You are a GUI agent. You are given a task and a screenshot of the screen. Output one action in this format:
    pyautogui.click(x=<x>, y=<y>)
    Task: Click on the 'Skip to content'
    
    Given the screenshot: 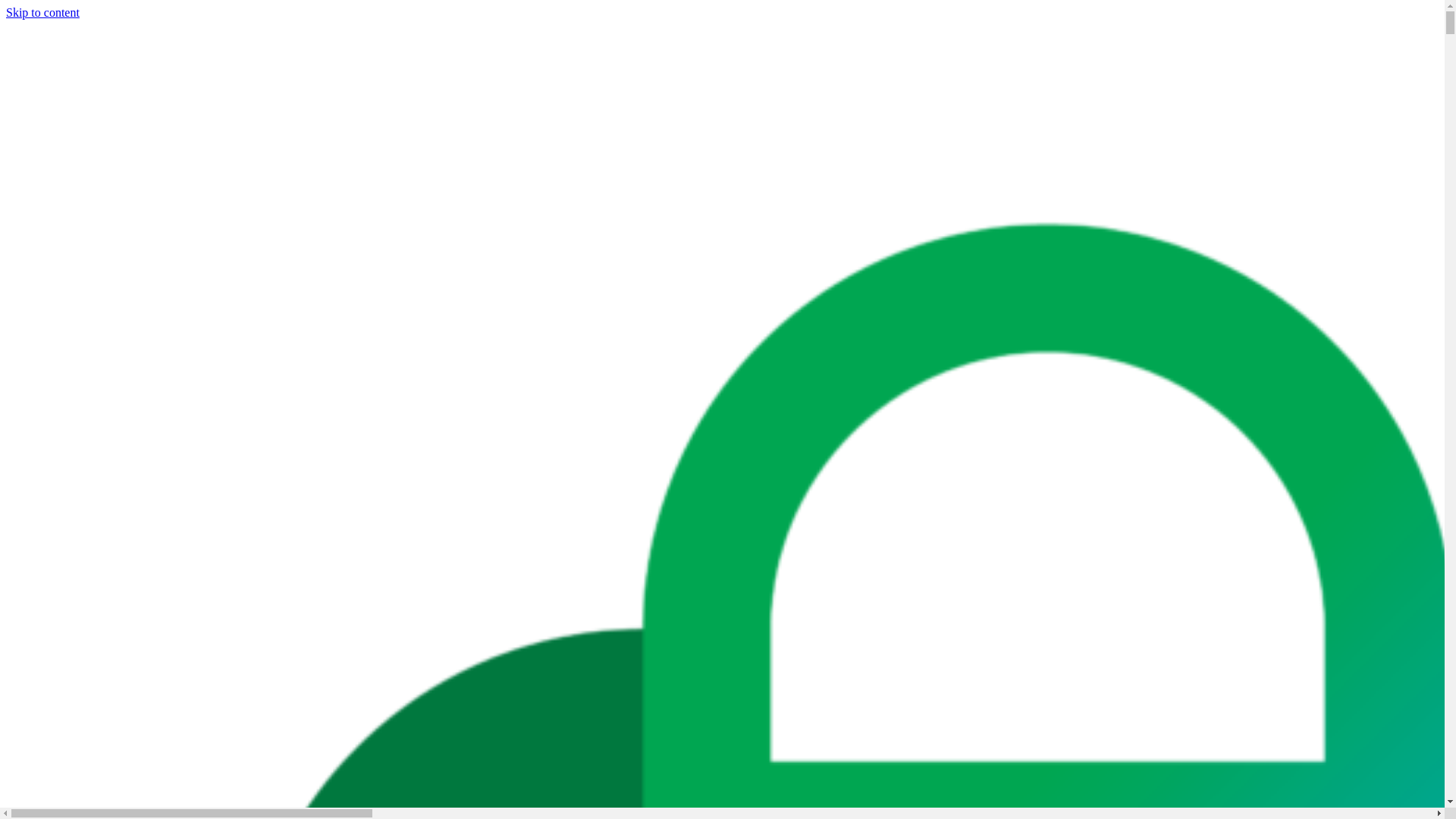 What is the action you would take?
    pyautogui.click(x=42, y=12)
    